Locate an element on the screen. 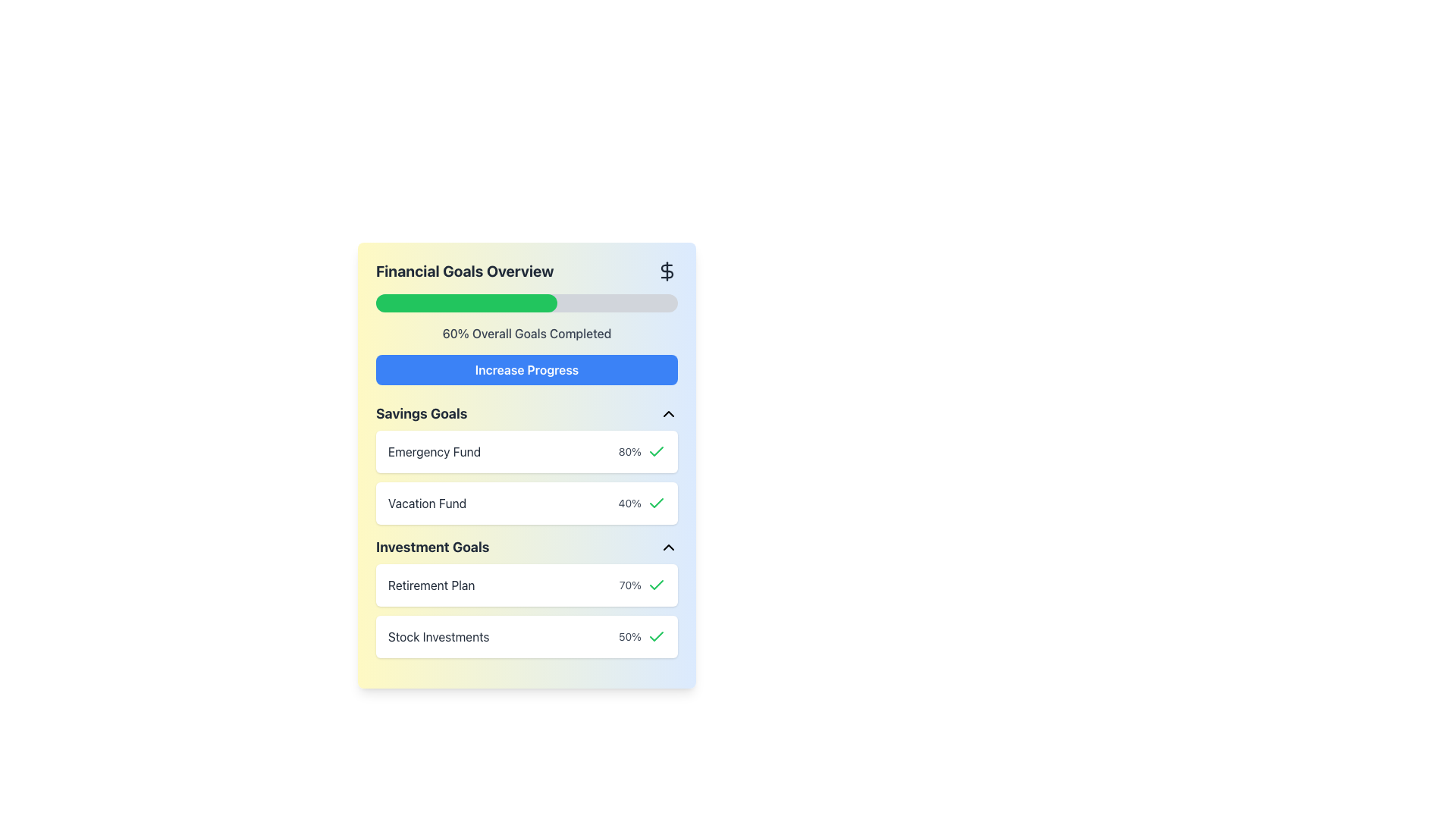 Image resolution: width=1456 pixels, height=819 pixels. the green checkmark icon located to the right of the '50%' text label in the 'Investment Goals' section, indicating success or completion is located at coordinates (656, 637).